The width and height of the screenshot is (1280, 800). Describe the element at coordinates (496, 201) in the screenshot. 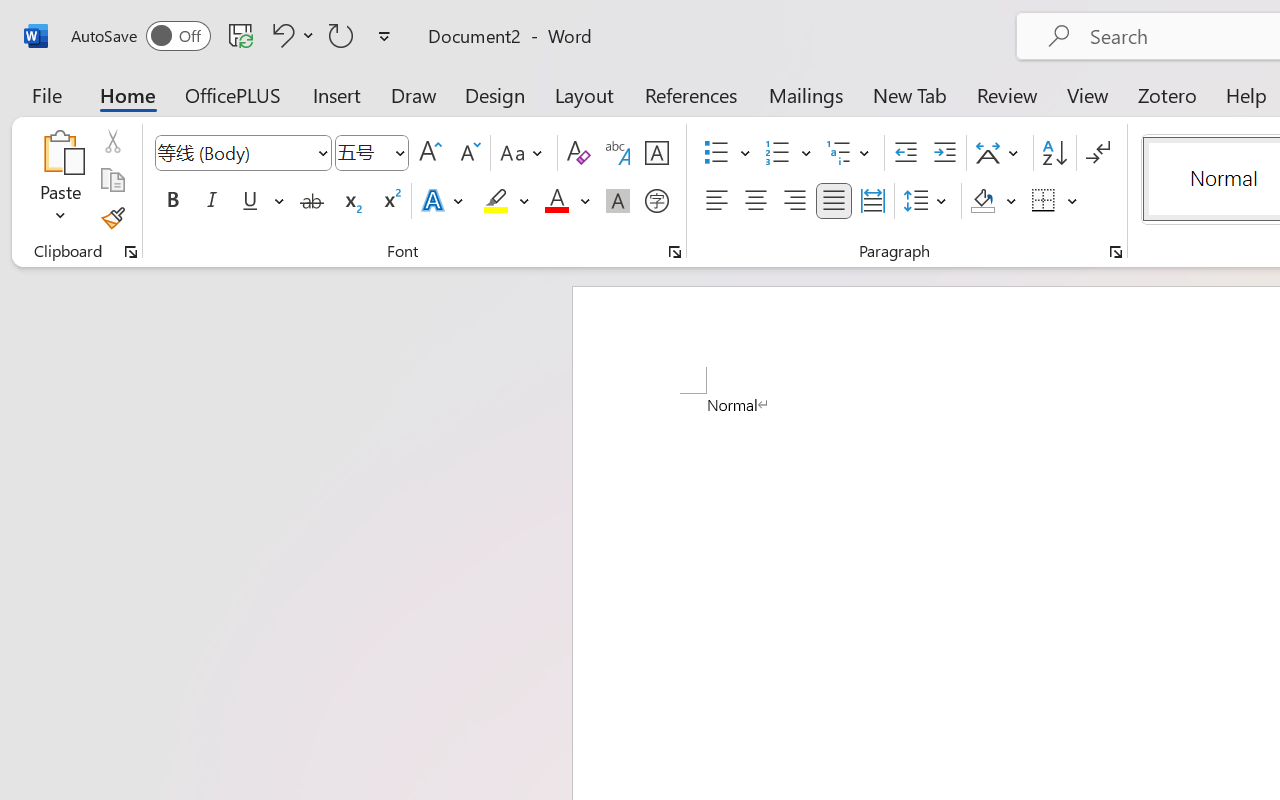

I see `'Text Highlight Color Yellow'` at that location.